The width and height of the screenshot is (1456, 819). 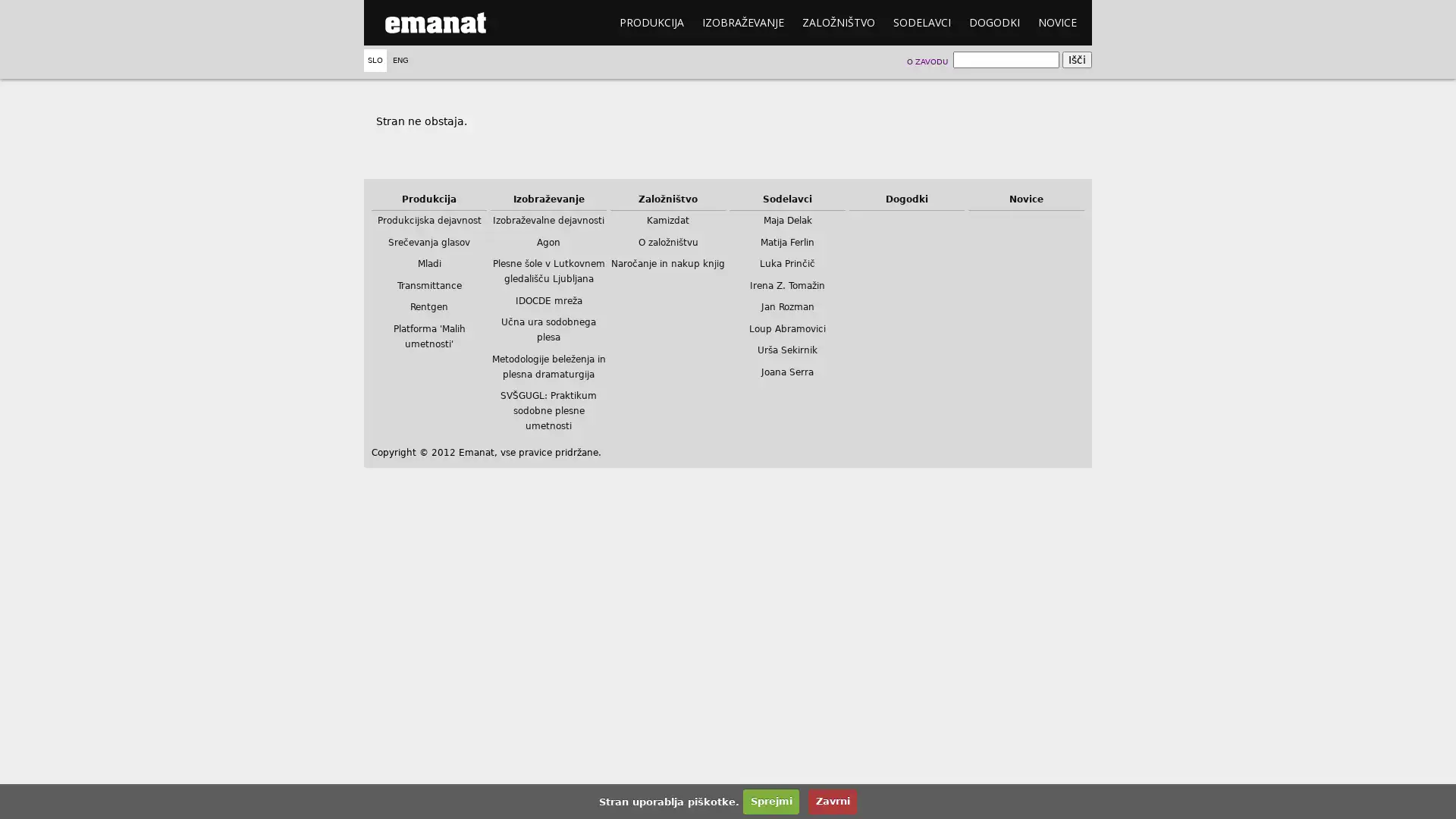 I want to click on Isci, so click(x=1076, y=58).